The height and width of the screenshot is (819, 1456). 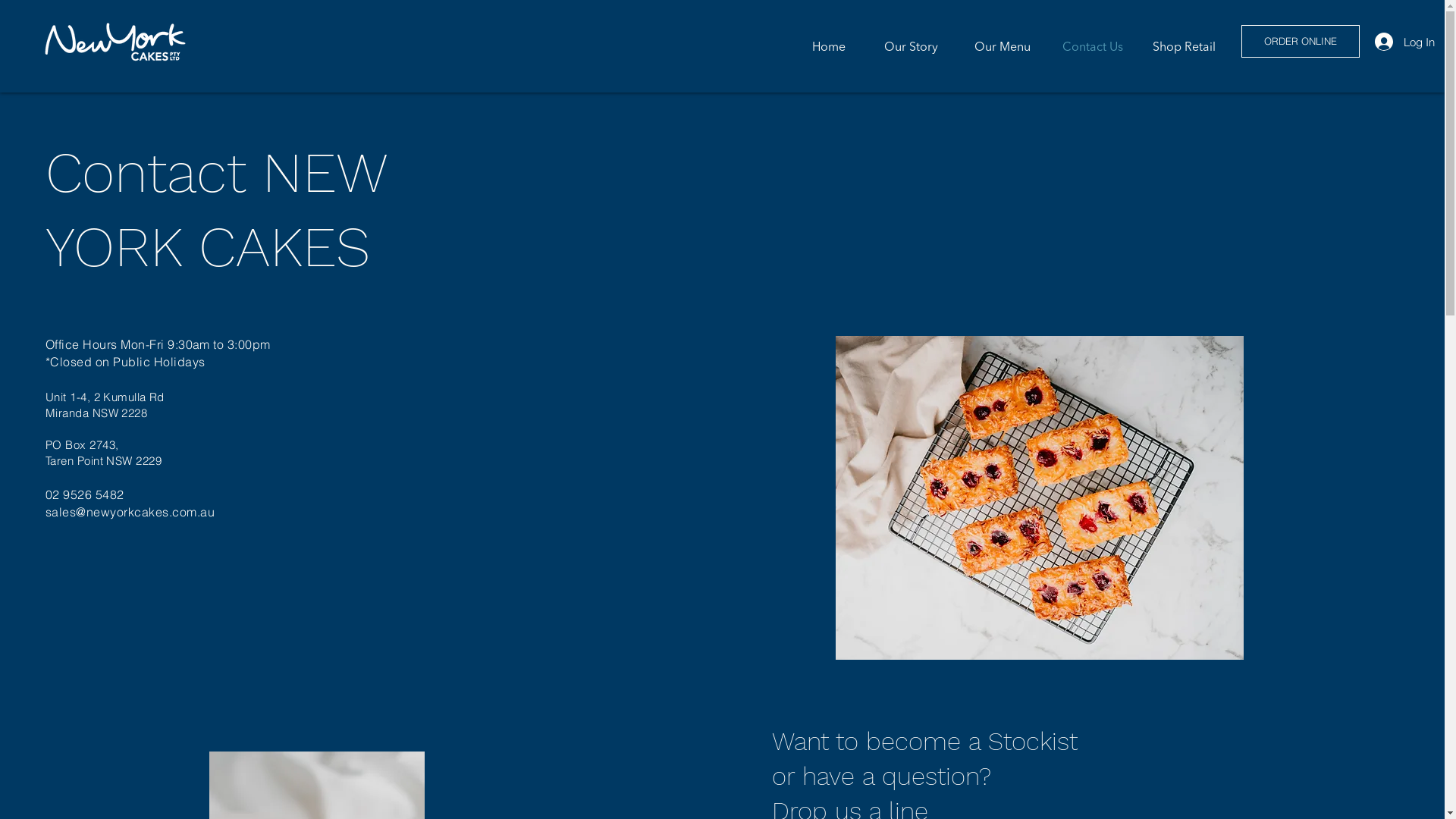 What do you see at coordinates (1179, 45) in the screenshot?
I see `'Shop Retail'` at bounding box center [1179, 45].